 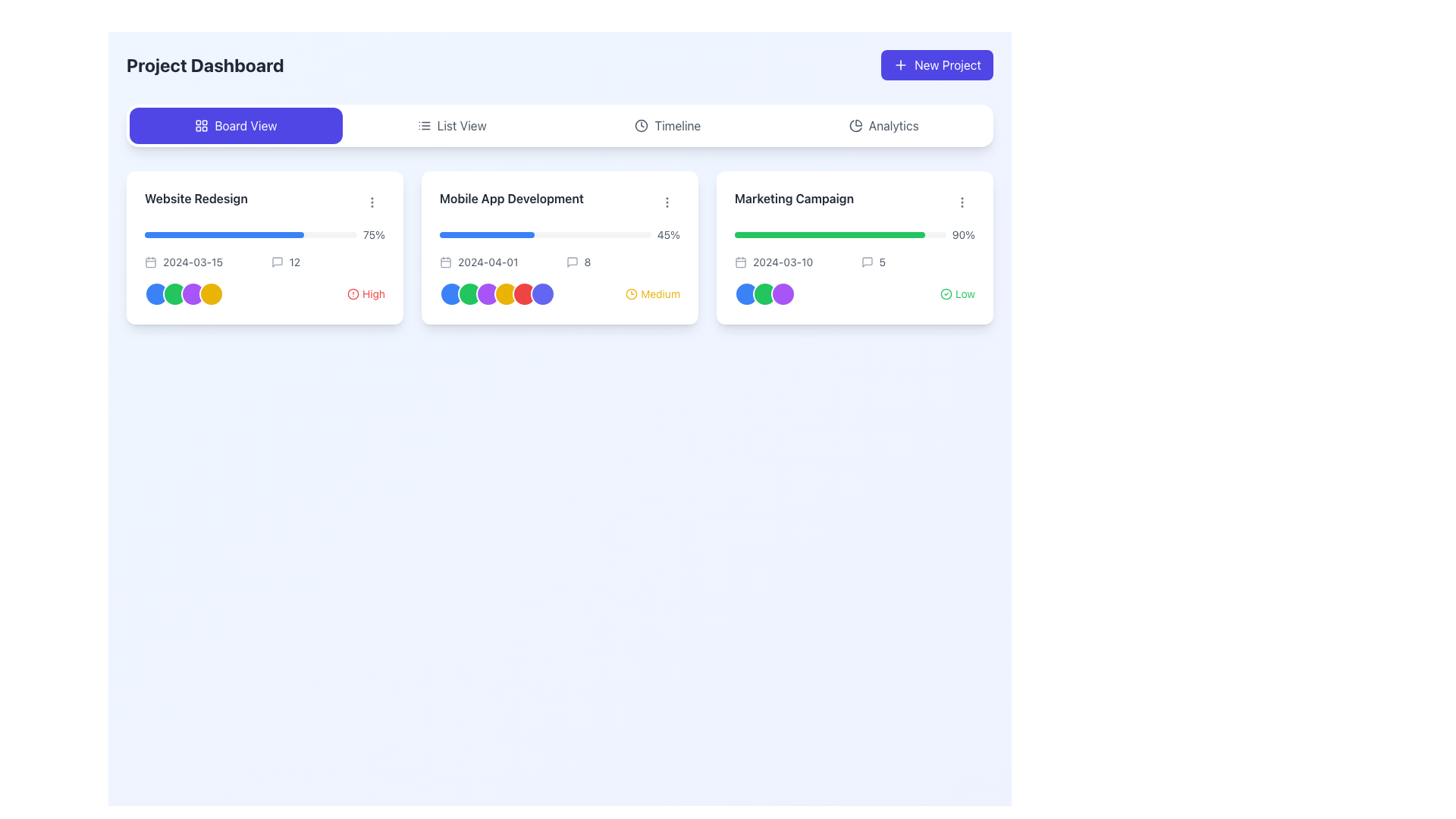 What do you see at coordinates (235, 124) in the screenshot?
I see `the 'Board View' button, which is a rectangular button with rounded corners, featuring a vibrant indigo background and white text, located just below the 'Project Dashboard' header` at bounding box center [235, 124].